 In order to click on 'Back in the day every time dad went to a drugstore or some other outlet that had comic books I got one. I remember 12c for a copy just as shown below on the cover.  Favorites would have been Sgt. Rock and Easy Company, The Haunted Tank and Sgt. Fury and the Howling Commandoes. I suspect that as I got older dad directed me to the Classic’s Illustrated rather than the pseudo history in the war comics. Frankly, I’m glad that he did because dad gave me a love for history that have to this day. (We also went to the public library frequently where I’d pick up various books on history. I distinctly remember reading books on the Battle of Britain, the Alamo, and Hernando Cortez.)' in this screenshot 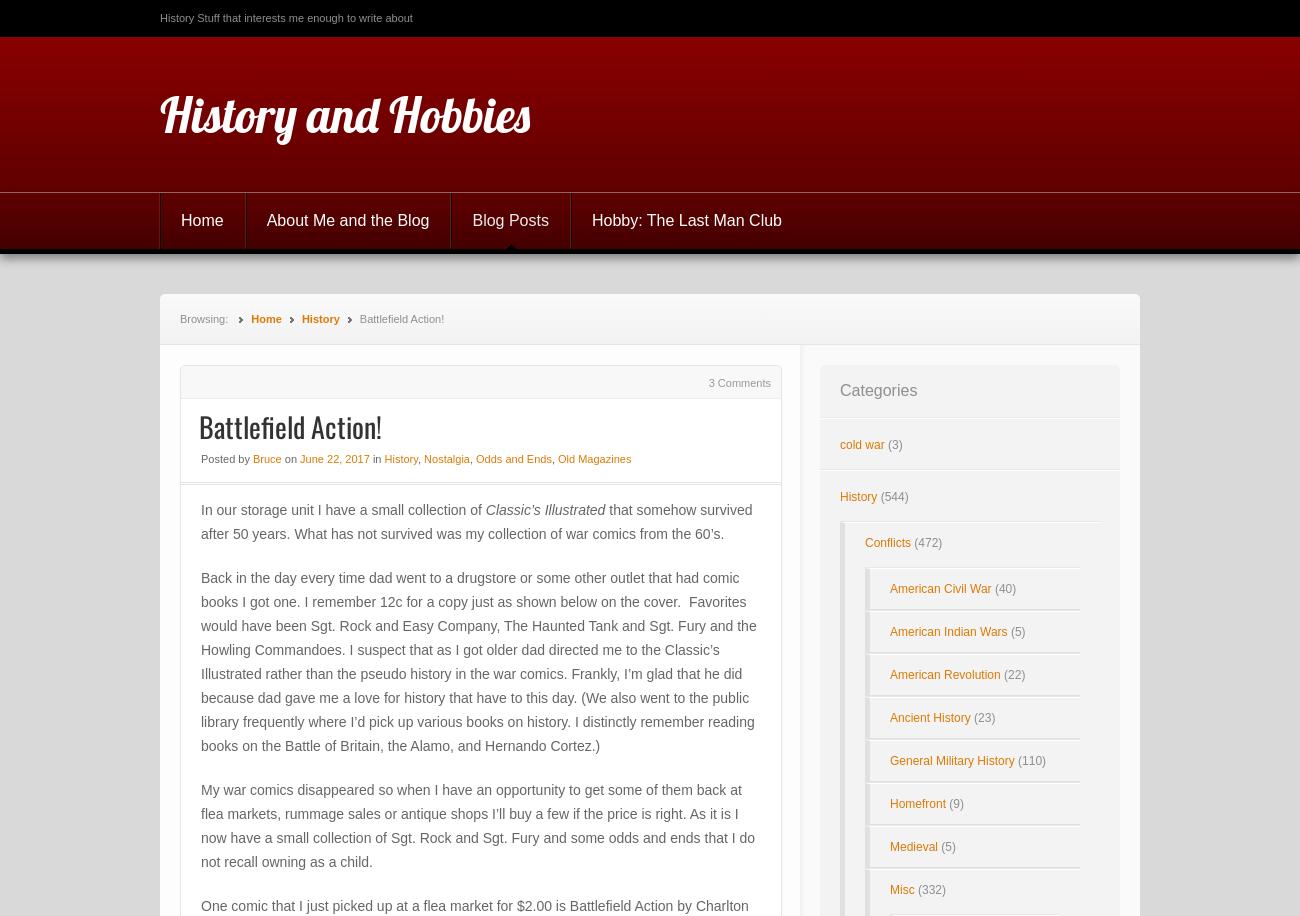, I will do `click(477, 660)`.